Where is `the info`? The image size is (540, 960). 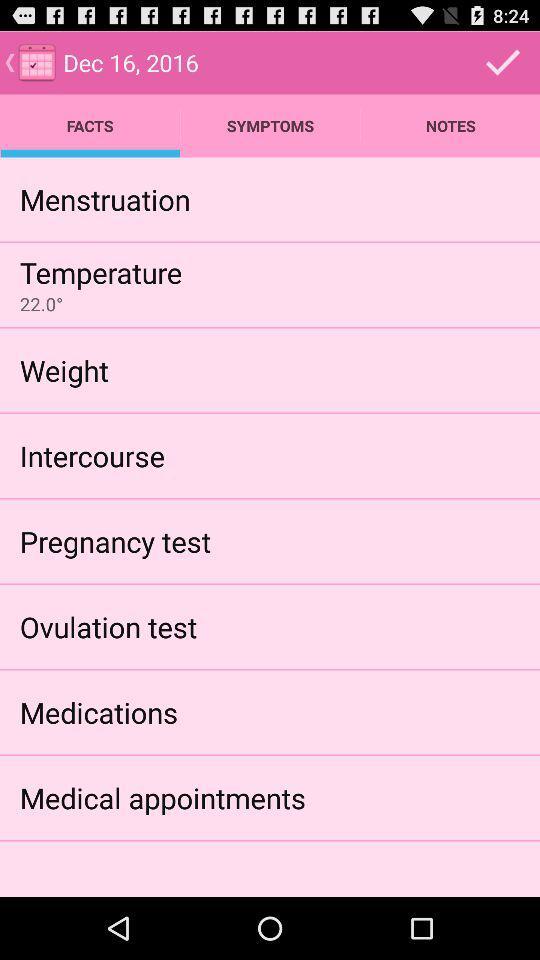
the info is located at coordinates (502, 62).